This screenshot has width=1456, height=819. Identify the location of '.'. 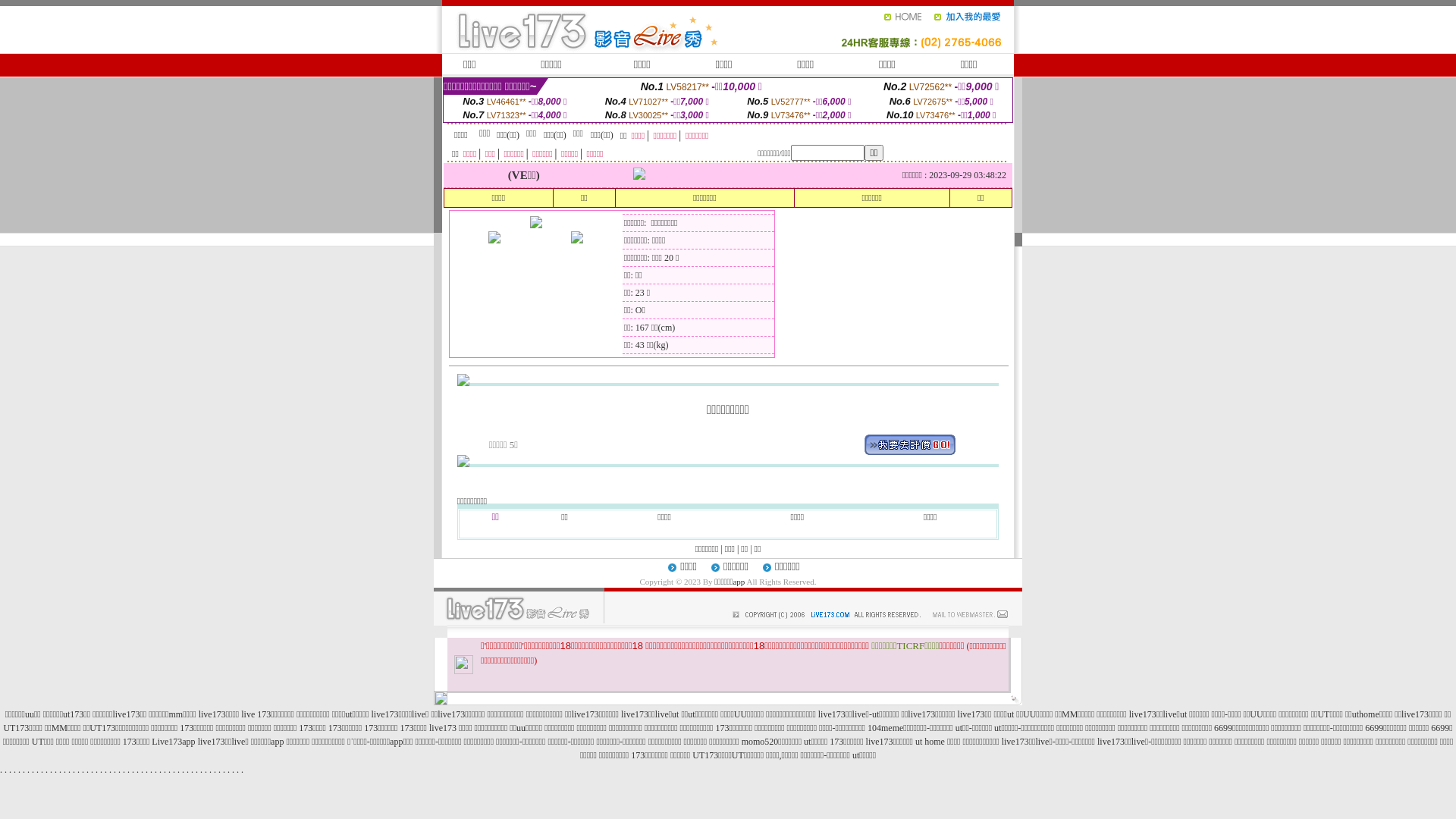
(160, 769).